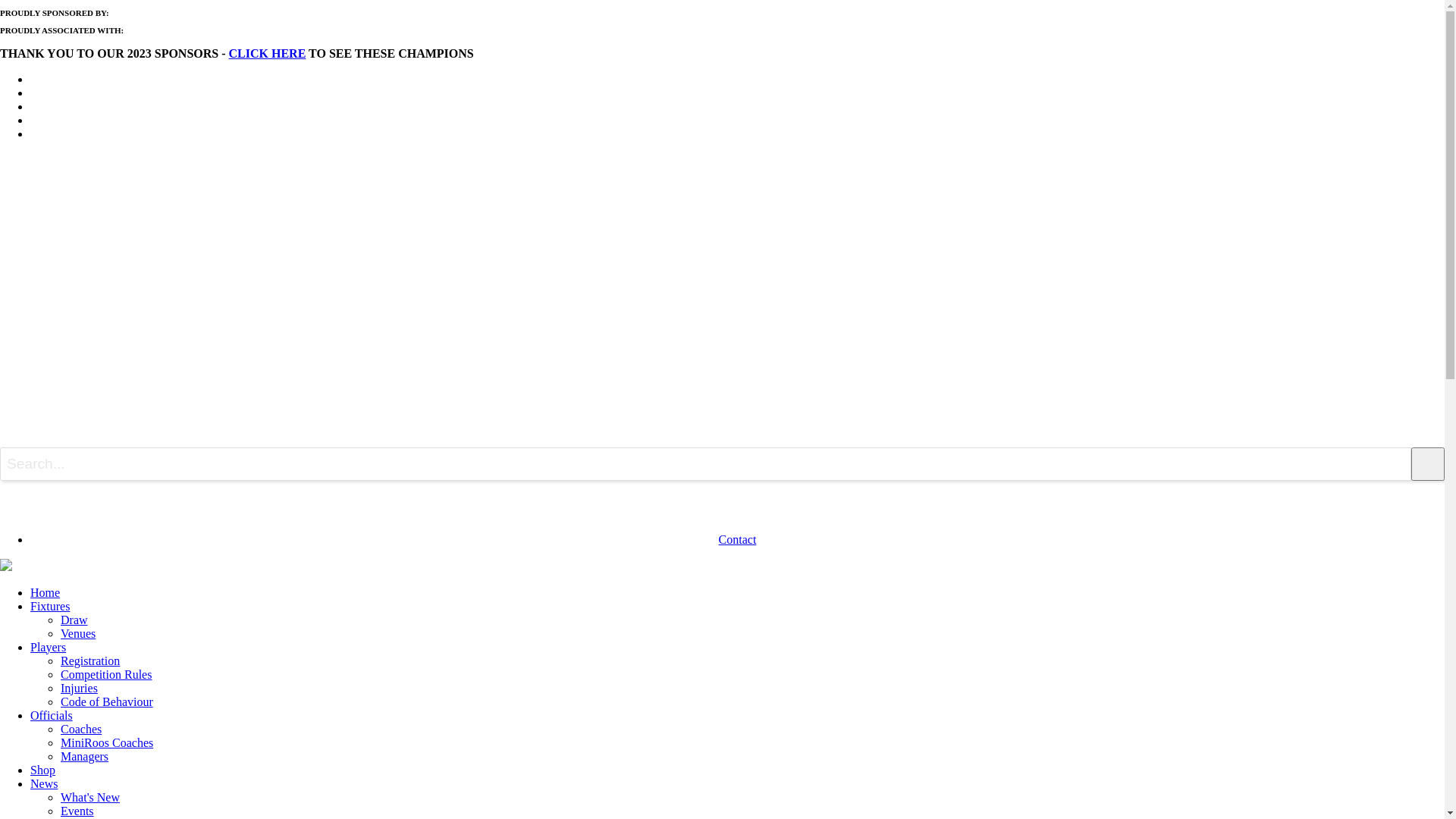  I want to click on 'Coaches', so click(61, 728).